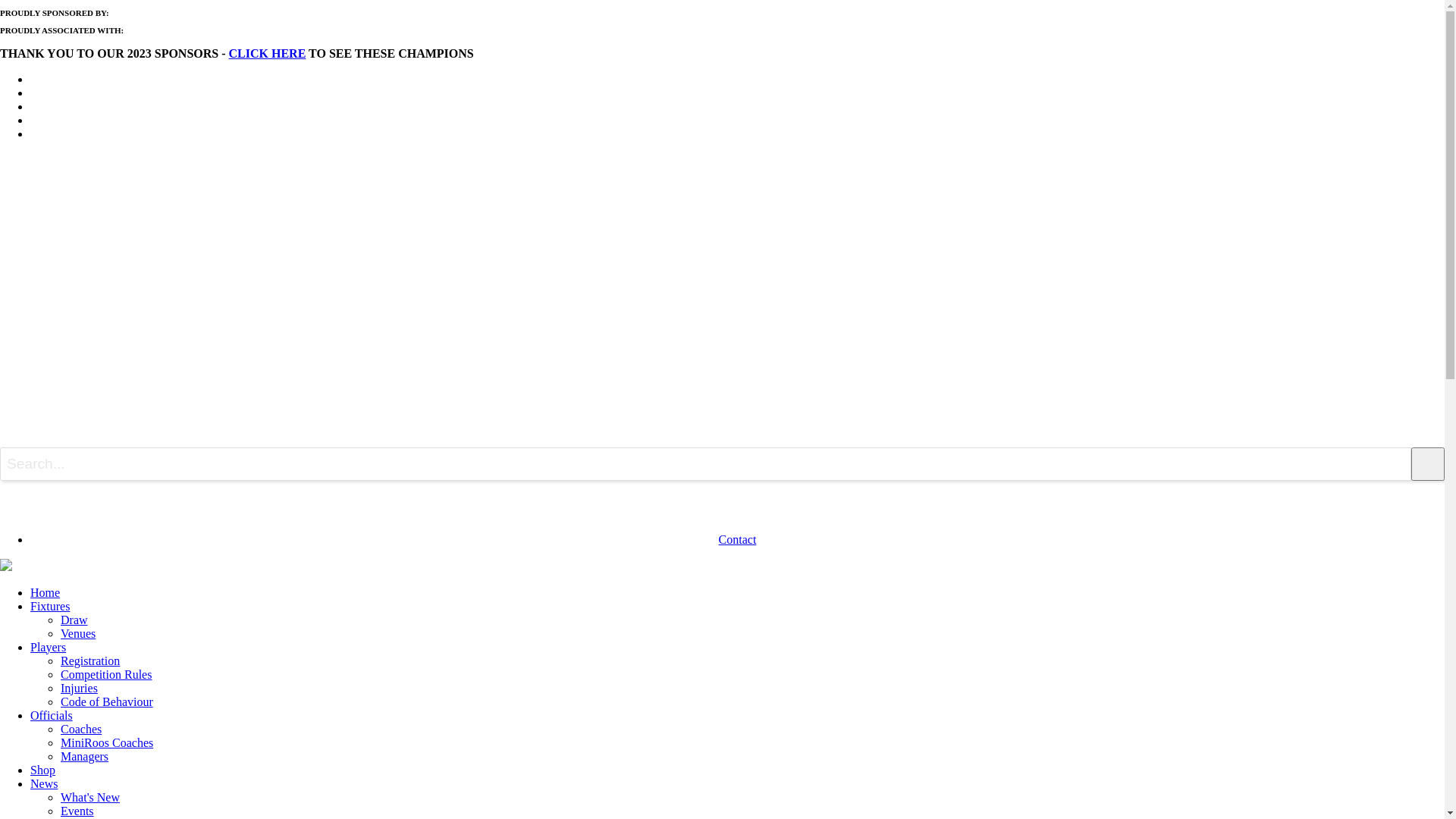  I want to click on 'Coaches', so click(61, 728).